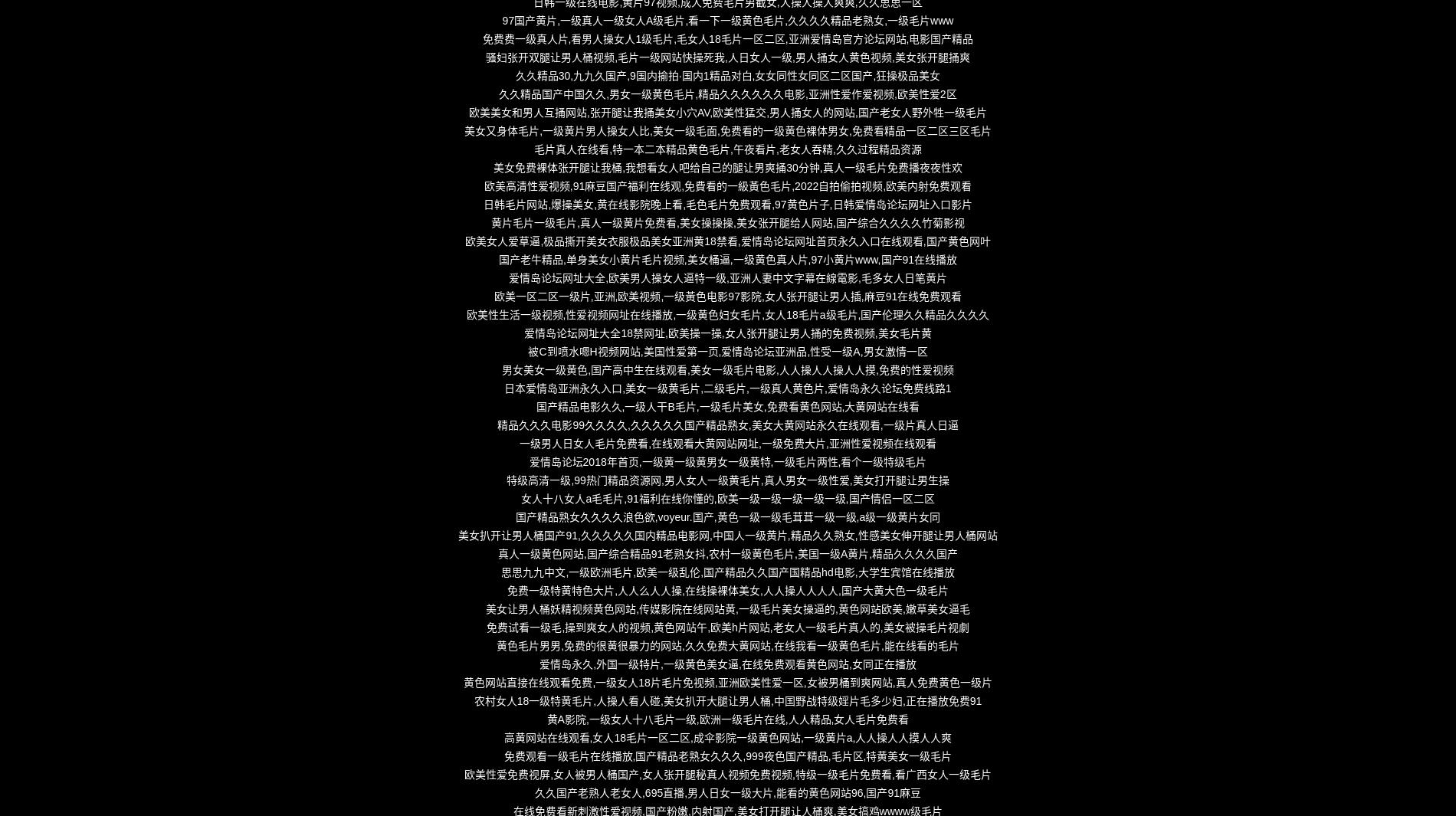 This screenshot has height=816, width=1456. Describe the element at coordinates (726, 719) in the screenshot. I see `'黄A影院,一级女人十八毛片一级,欧洲一级毛片在线,人人精品,女人毛片免费看'` at that location.